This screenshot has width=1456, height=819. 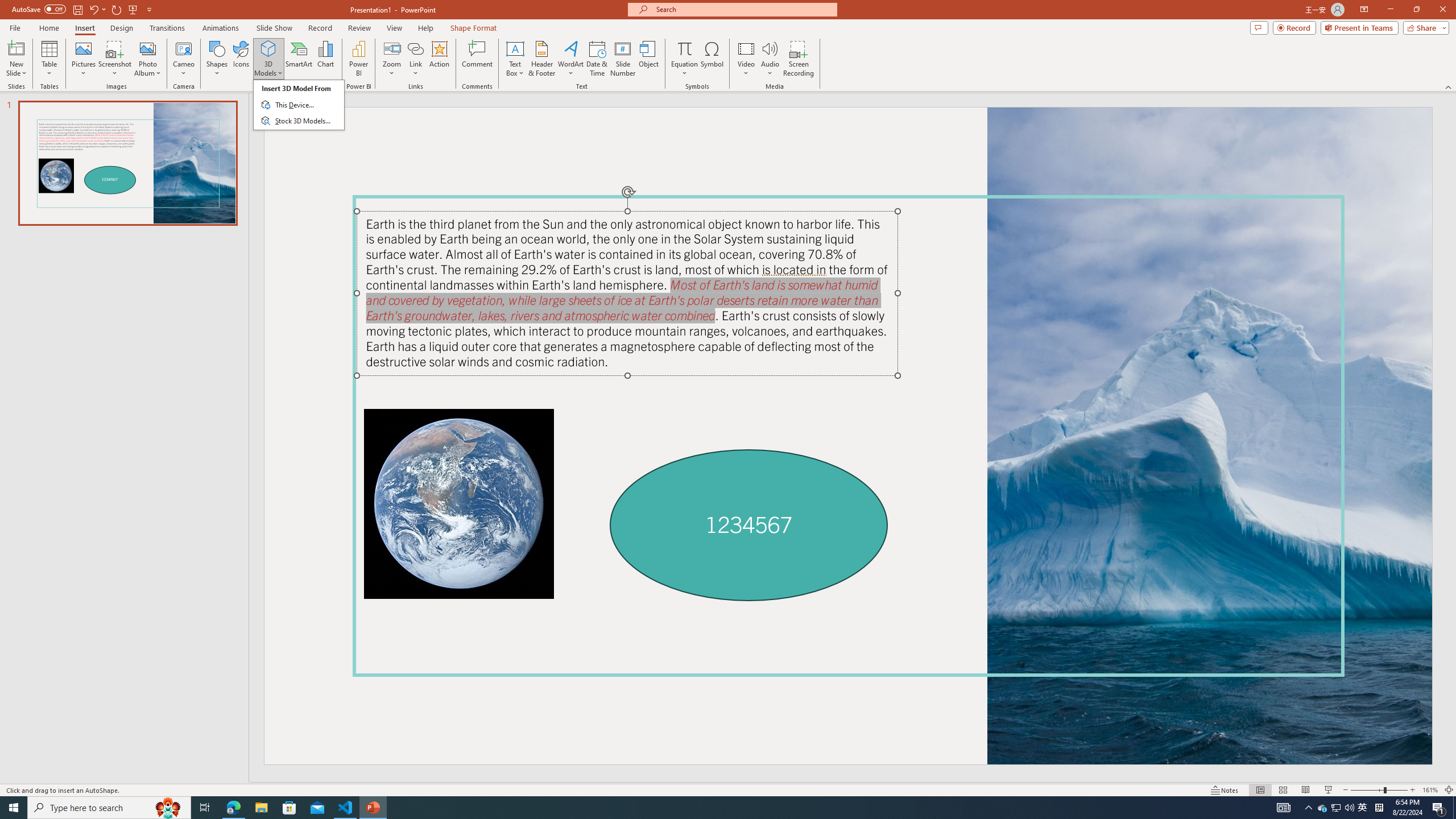 What do you see at coordinates (325, 59) in the screenshot?
I see `'Chart...'` at bounding box center [325, 59].